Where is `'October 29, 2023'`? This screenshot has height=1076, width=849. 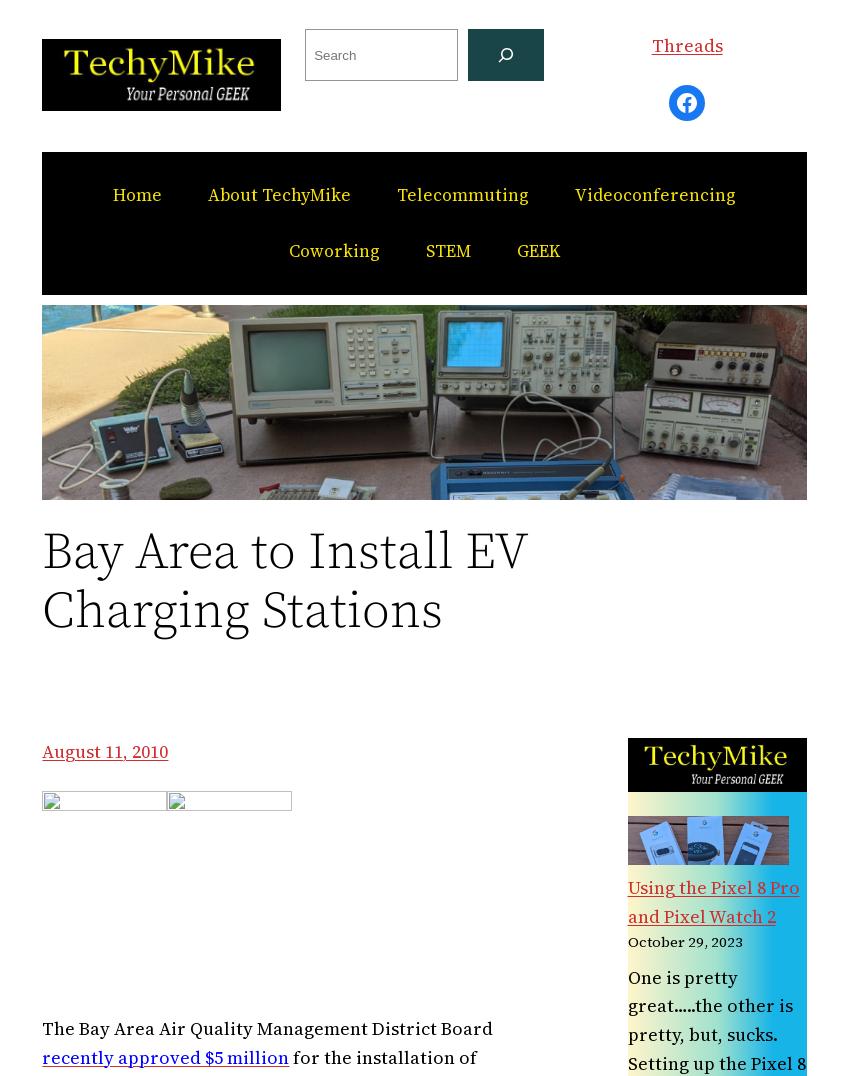 'October 29, 2023' is located at coordinates (626, 942).